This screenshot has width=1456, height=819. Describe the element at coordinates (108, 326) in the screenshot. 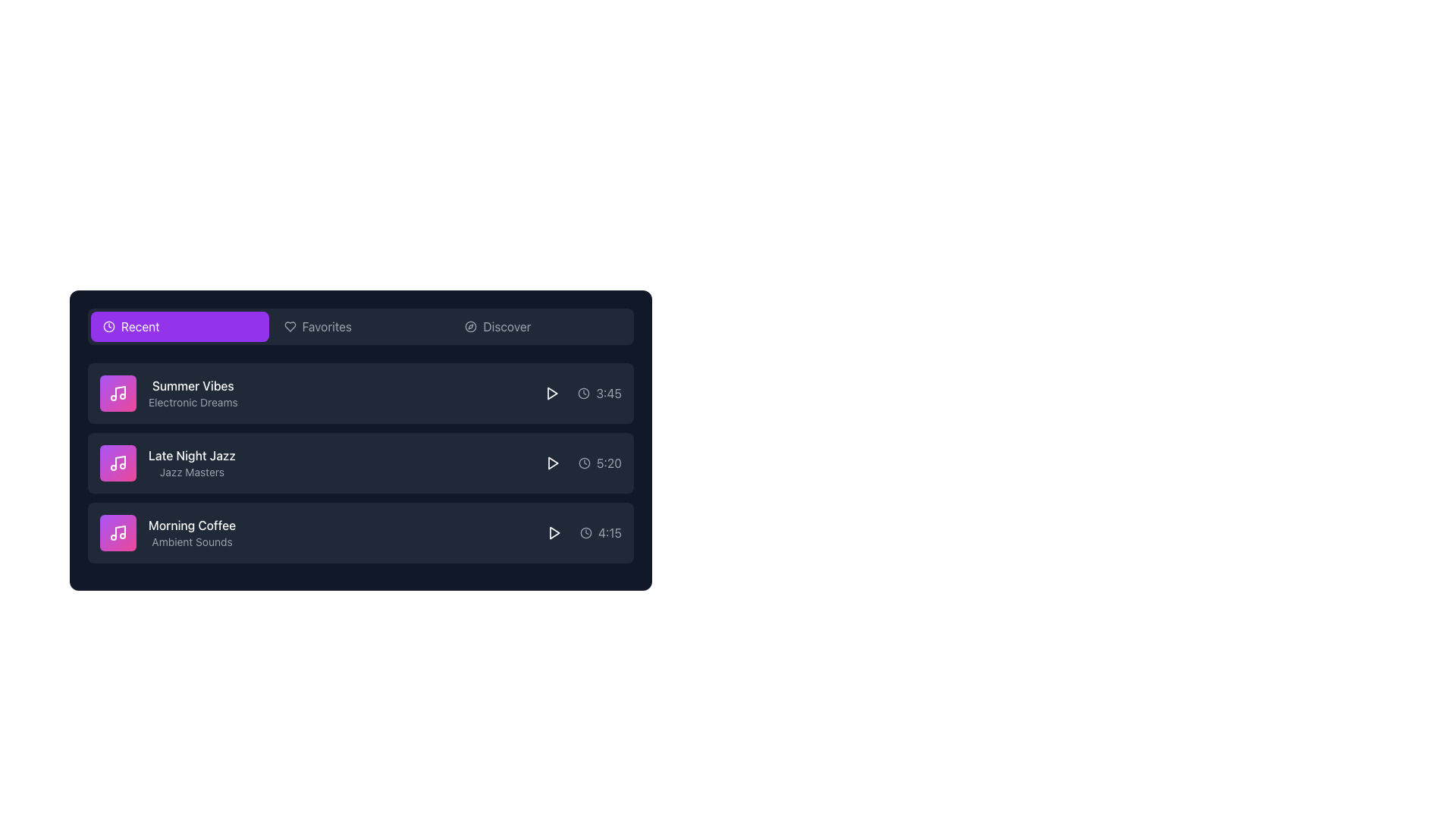

I see `the clock icon located at the top-left corner of the 'Recent' button in the navigation panel` at that location.